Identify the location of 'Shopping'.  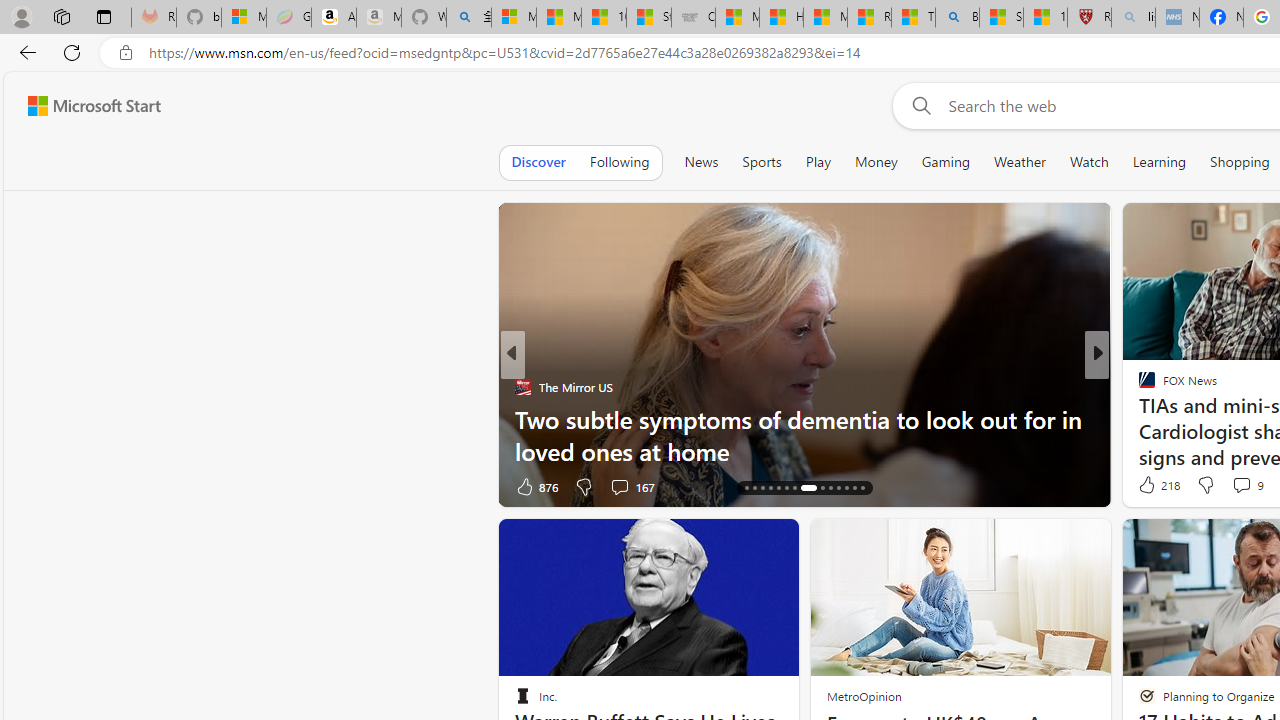
(1239, 161).